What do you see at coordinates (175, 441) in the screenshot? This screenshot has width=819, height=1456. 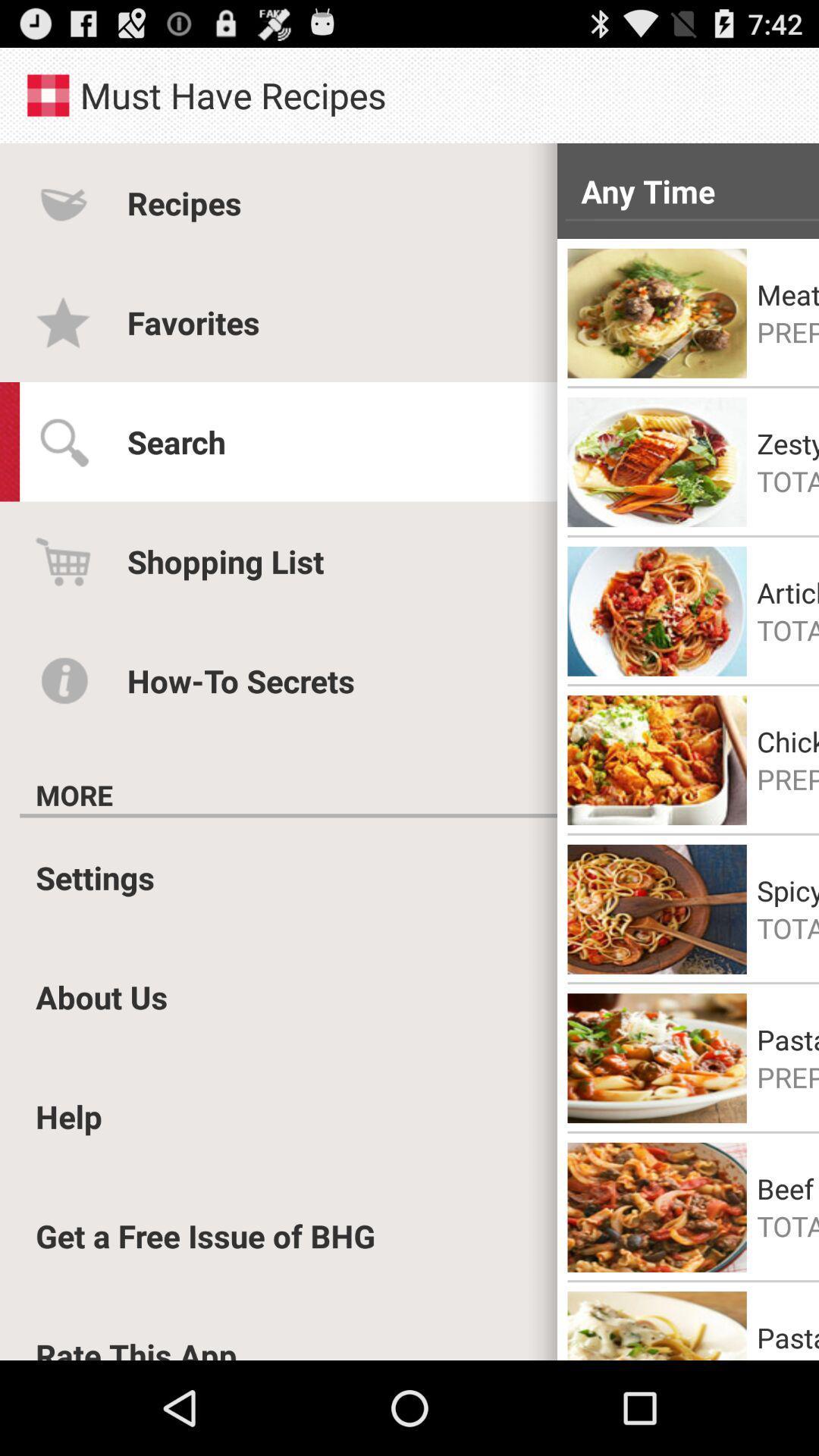 I see `the app below the favorites app` at bounding box center [175, 441].